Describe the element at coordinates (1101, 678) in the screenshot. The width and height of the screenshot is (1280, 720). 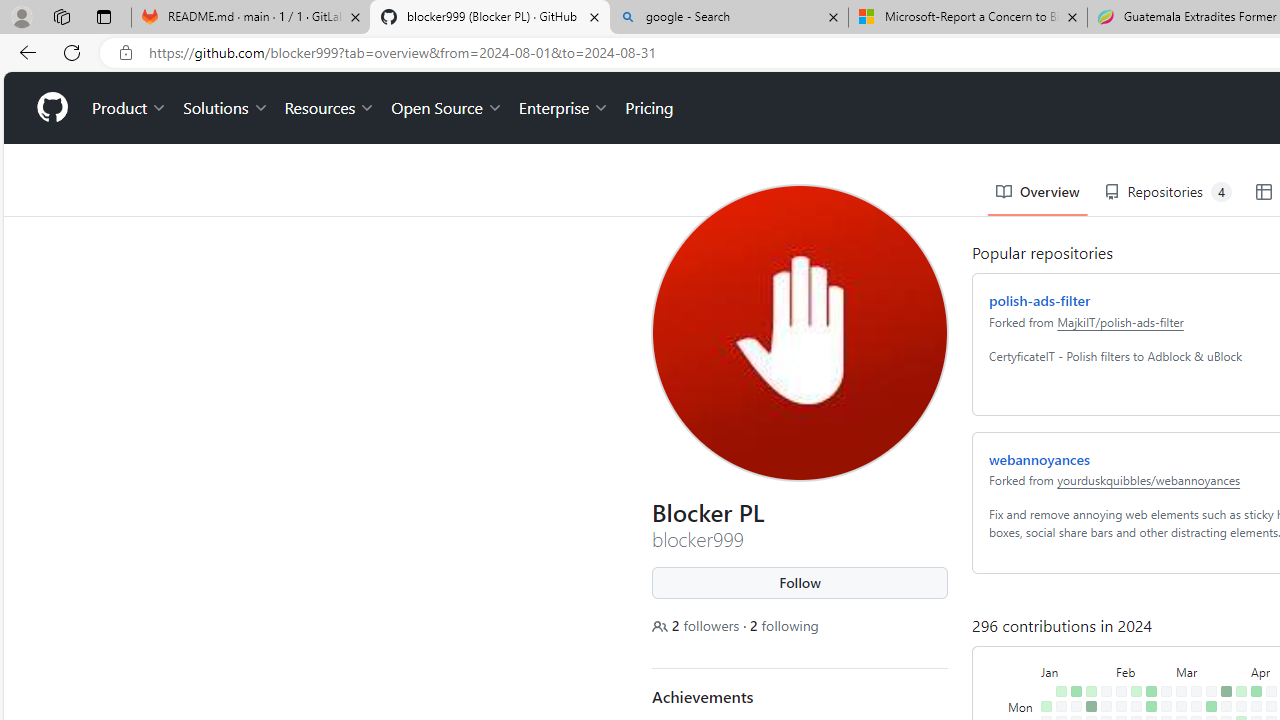
I see `'No contributions on February 1st.'` at that location.